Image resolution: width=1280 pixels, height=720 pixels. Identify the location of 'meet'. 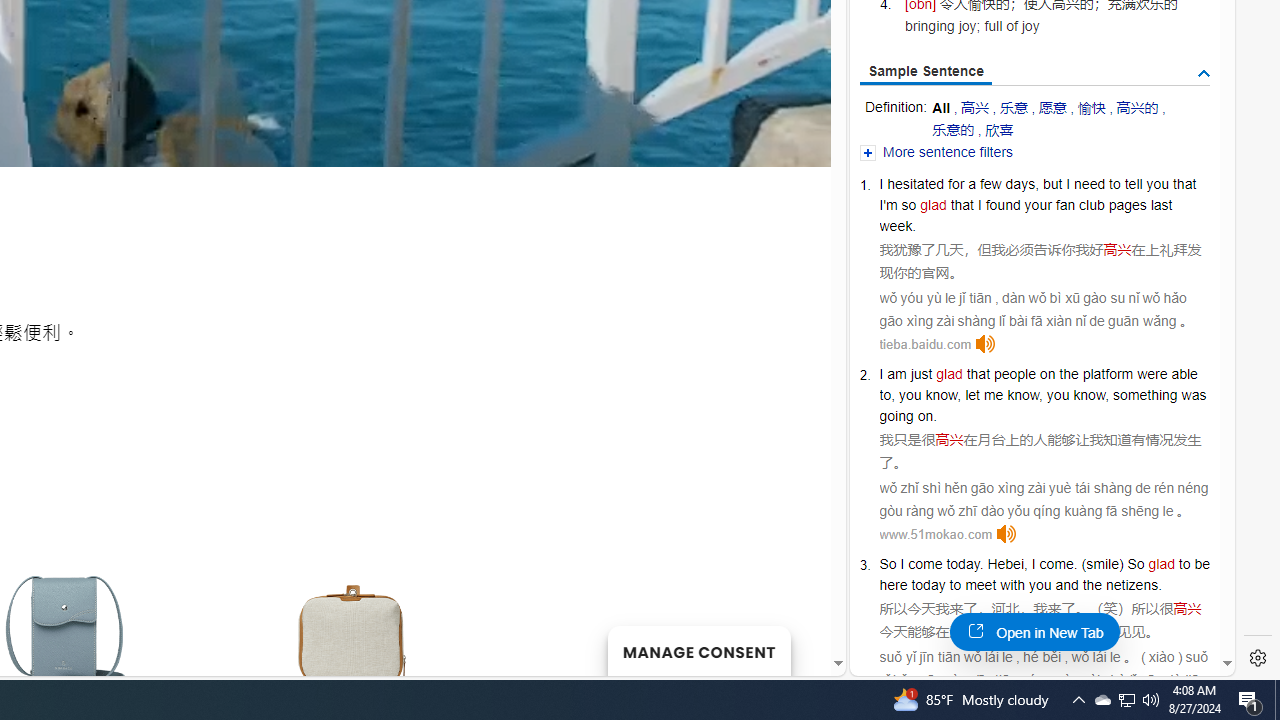
(981, 585).